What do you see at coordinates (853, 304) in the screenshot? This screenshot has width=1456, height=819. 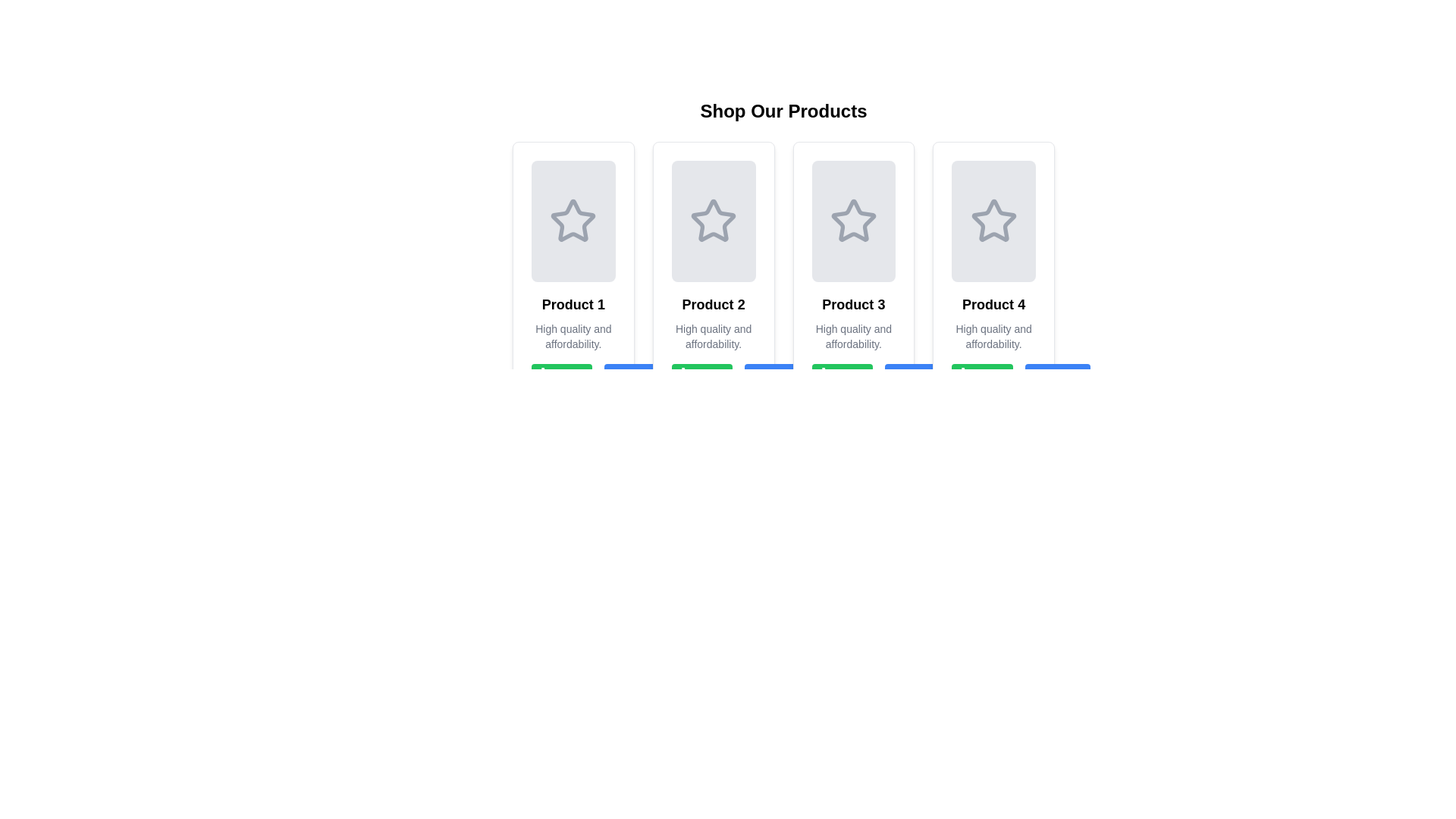 I see `the static text that serves as the title or identifier for the product in the third column of the product card layout, positioned below a star icon and above a description text reading 'High quality and affordability.'` at bounding box center [853, 304].